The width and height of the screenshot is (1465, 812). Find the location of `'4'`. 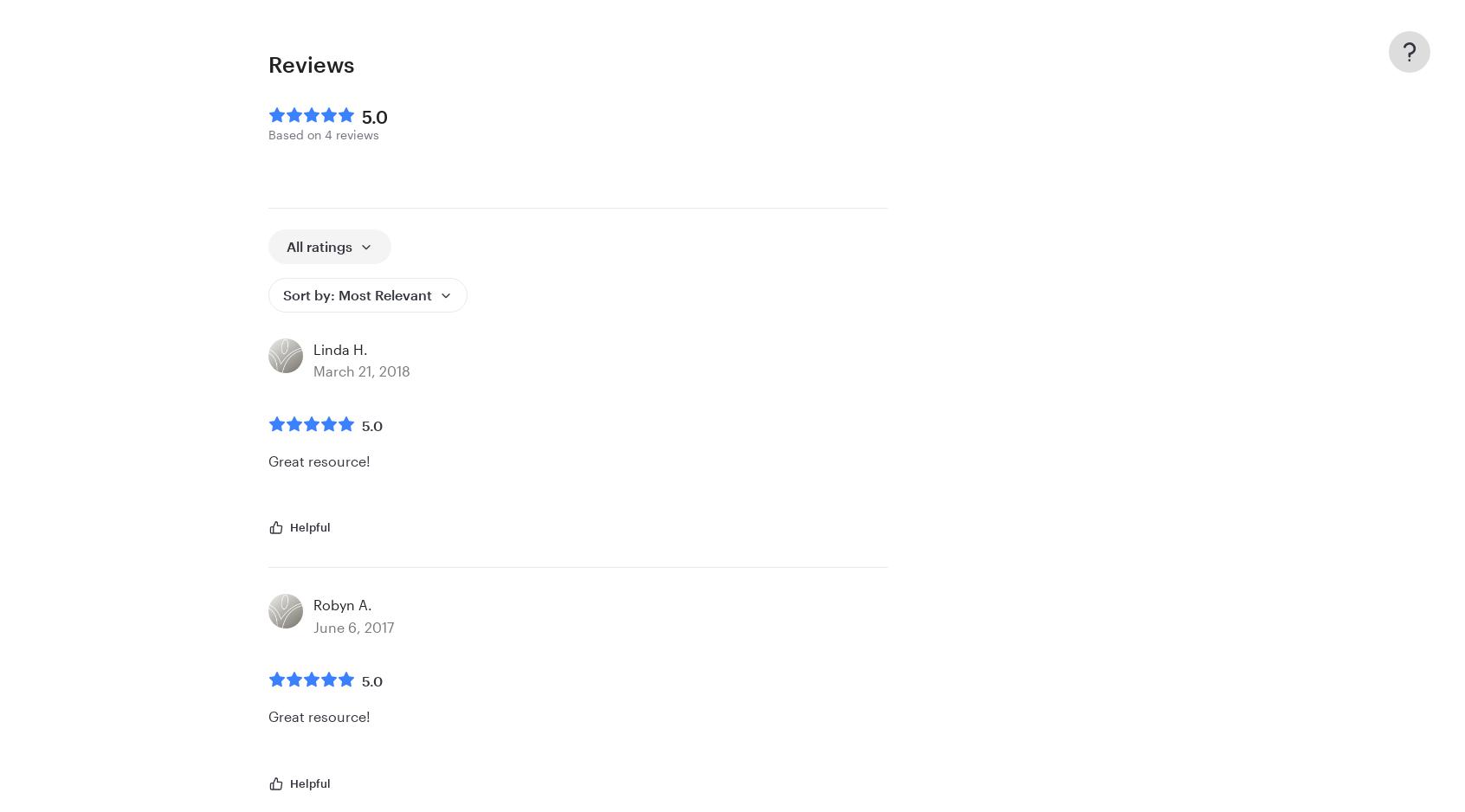

'4' is located at coordinates (328, 134).